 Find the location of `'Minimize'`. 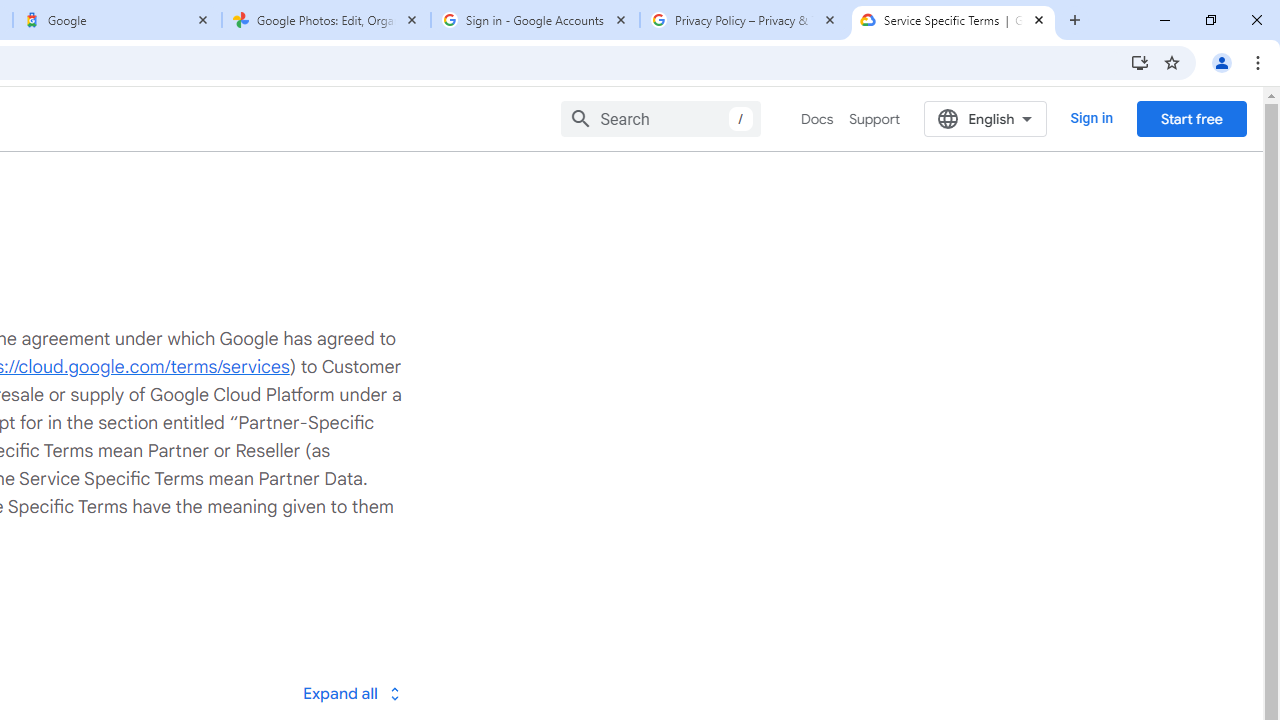

'Minimize' is located at coordinates (1165, 20).